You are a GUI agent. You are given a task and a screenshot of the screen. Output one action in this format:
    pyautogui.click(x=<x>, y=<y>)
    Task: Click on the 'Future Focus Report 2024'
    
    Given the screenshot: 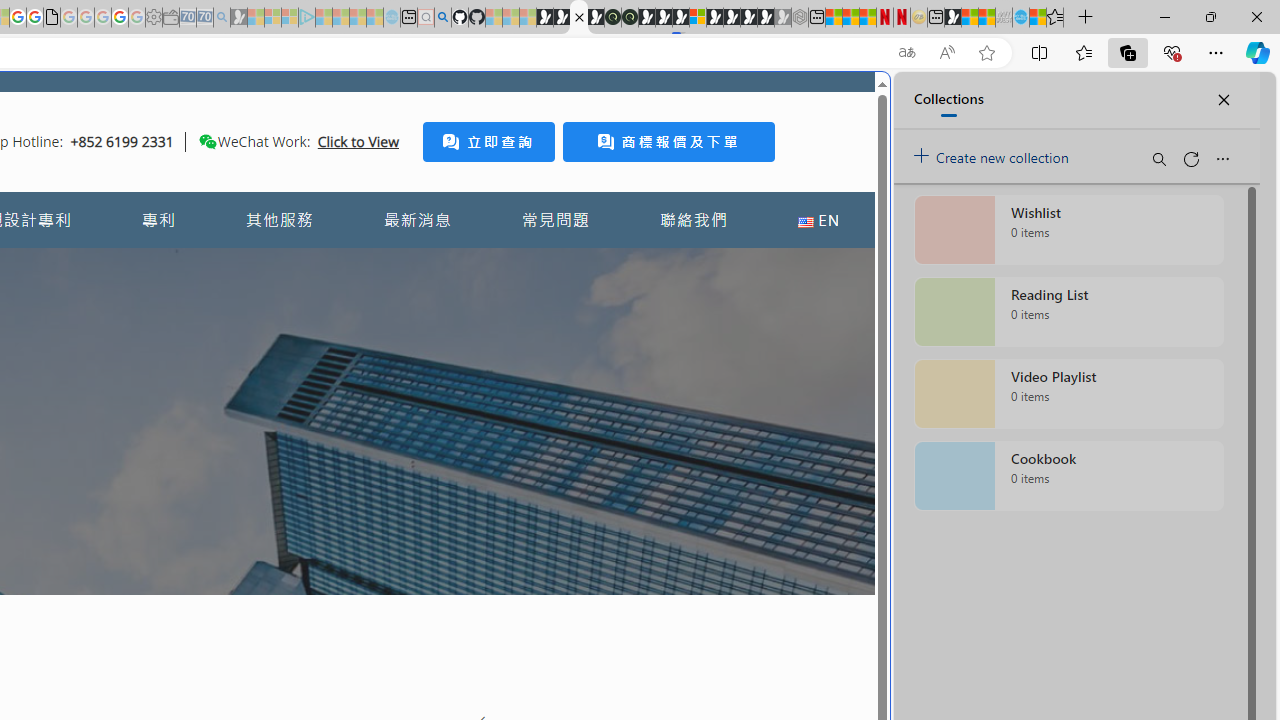 What is the action you would take?
    pyautogui.click(x=628, y=17)
    